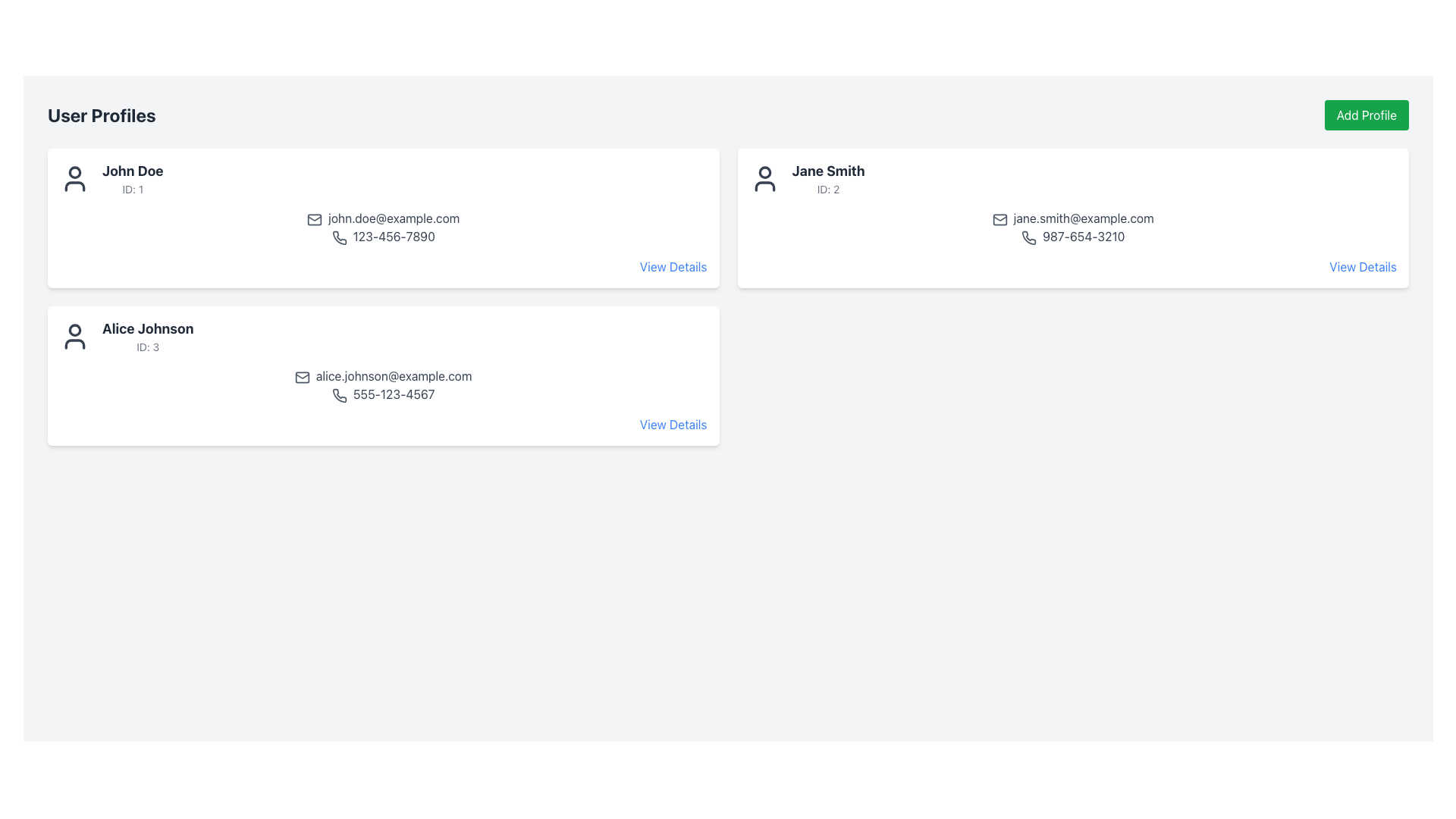 This screenshot has width=1456, height=819. I want to click on the email icon located in the profile card of 'John Doe', adjacent to the email address 'john.doe@example.com', so click(314, 219).